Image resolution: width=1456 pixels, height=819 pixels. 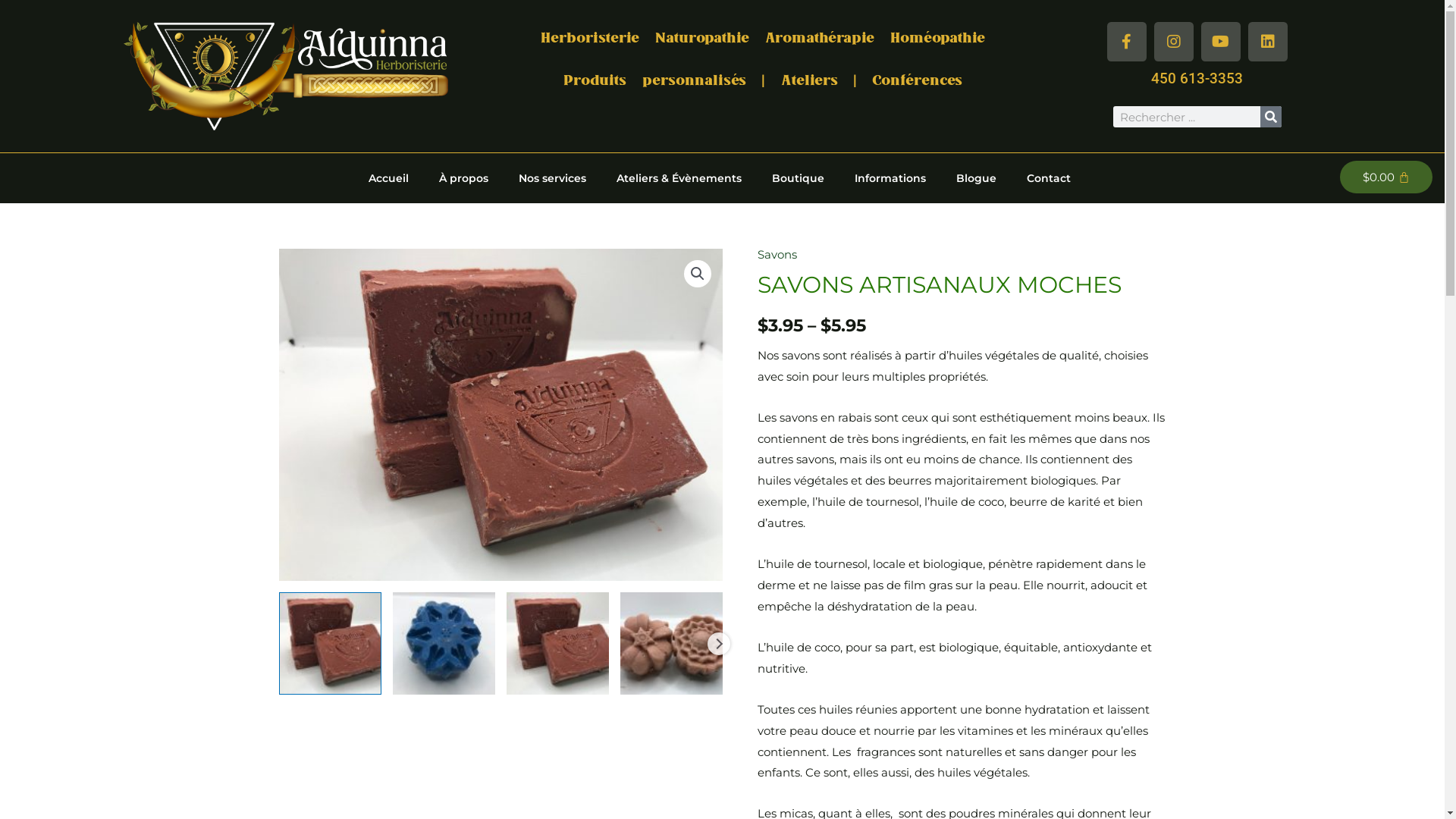 I want to click on 'Accueil', so click(x=388, y=177).